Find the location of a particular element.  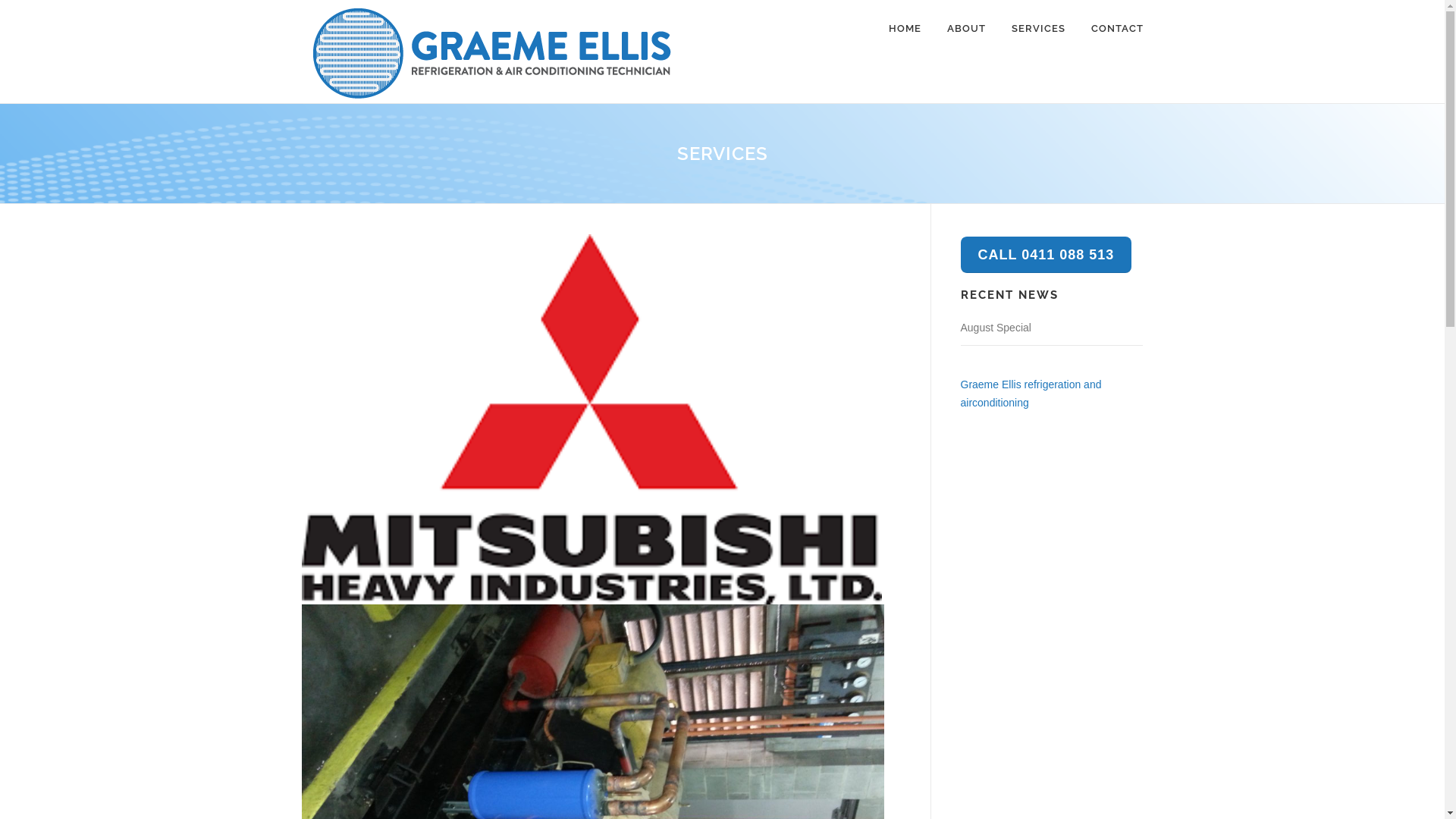

'Graeme Ellis refrigeration and airconditioning' is located at coordinates (1030, 393).